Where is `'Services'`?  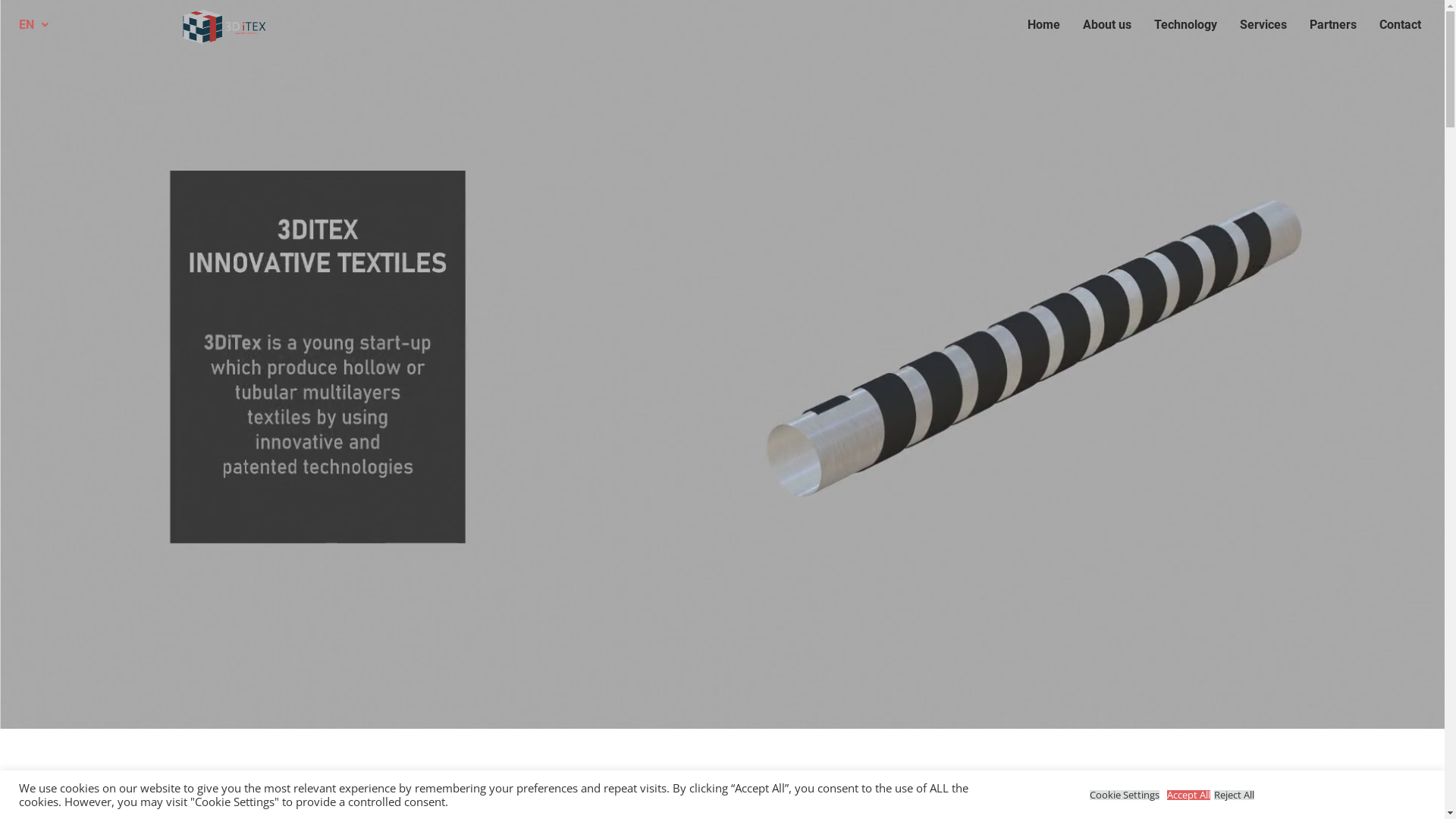 'Services' is located at coordinates (1228, 25).